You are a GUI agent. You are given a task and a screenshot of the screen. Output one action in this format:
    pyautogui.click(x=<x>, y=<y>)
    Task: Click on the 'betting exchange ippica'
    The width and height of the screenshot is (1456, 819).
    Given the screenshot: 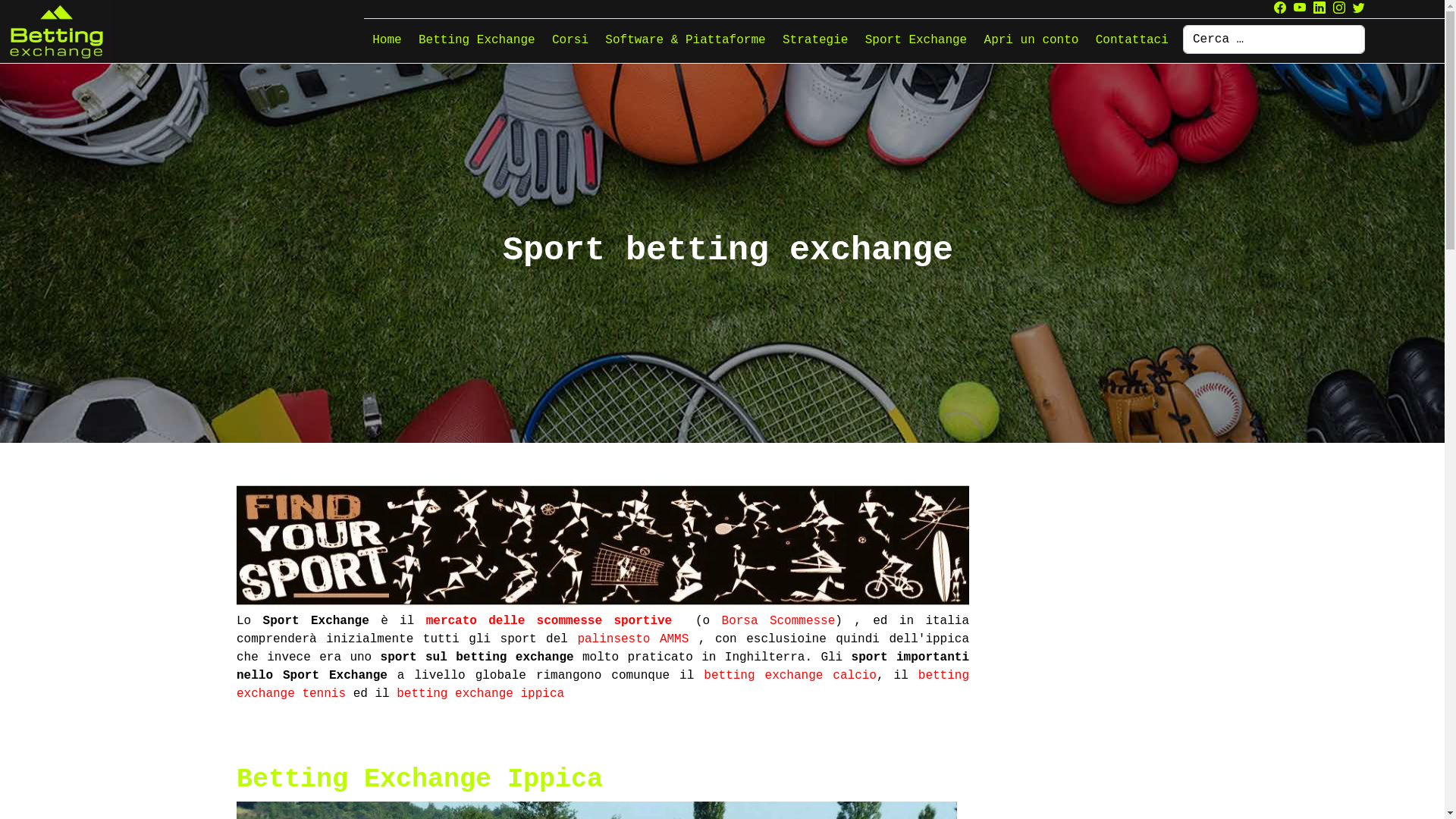 What is the action you would take?
    pyautogui.click(x=479, y=693)
    